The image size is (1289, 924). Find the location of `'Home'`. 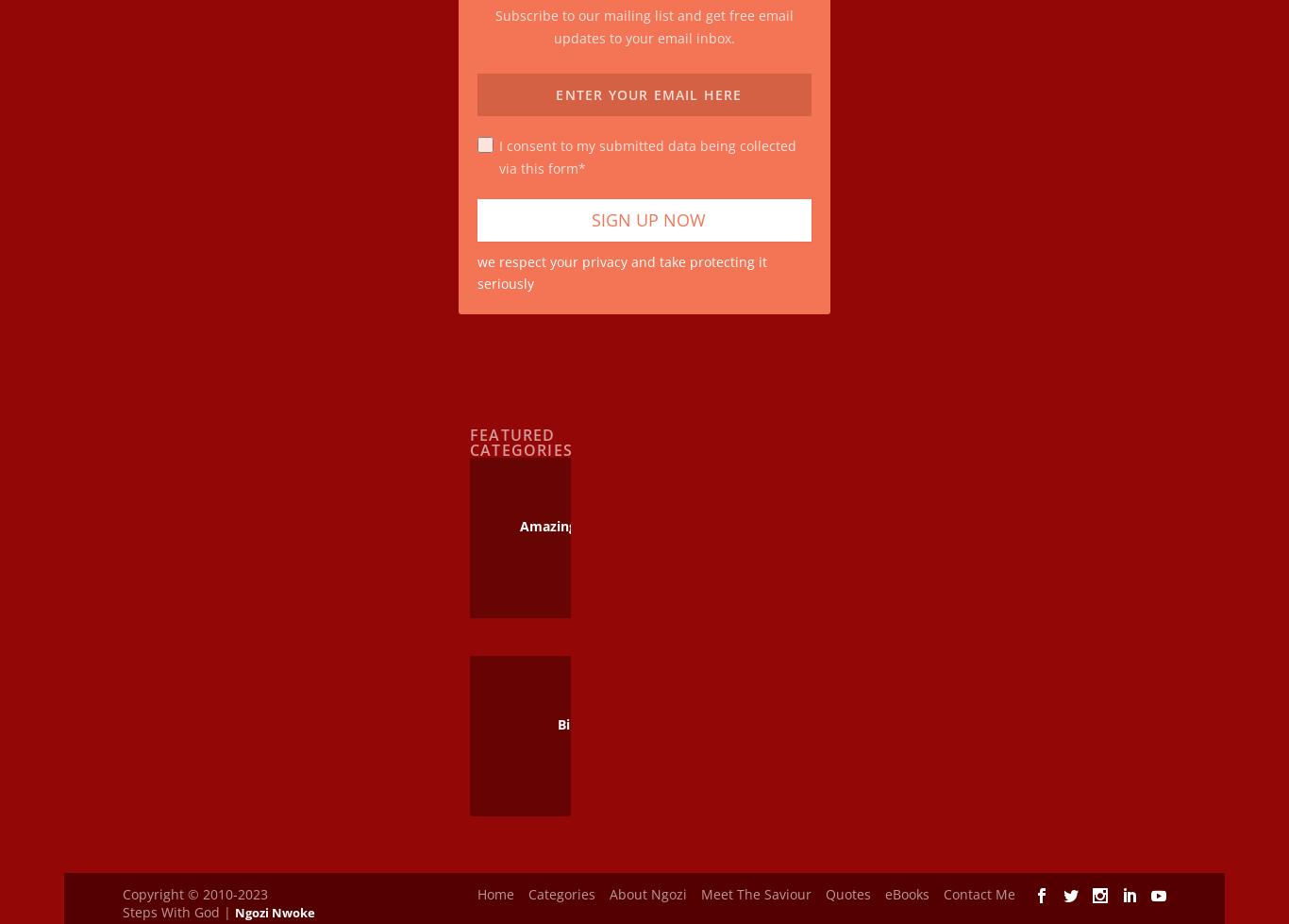

'Home' is located at coordinates (495, 881).